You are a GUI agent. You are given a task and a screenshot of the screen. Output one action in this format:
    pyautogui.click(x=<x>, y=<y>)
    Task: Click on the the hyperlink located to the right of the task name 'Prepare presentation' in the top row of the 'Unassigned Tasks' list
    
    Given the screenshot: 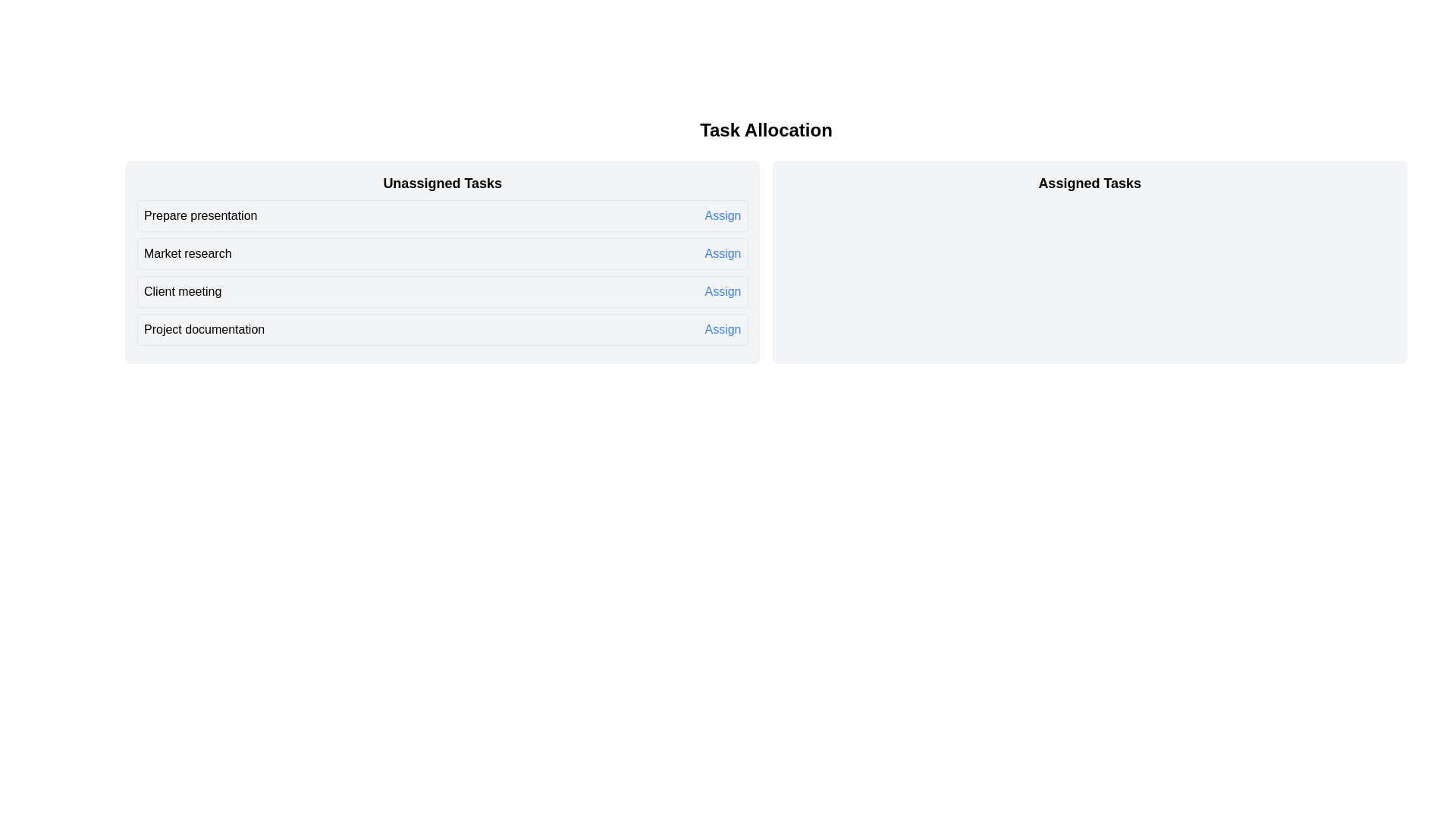 What is the action you would take?
    pyautogui.click(x=722, y=216)
    